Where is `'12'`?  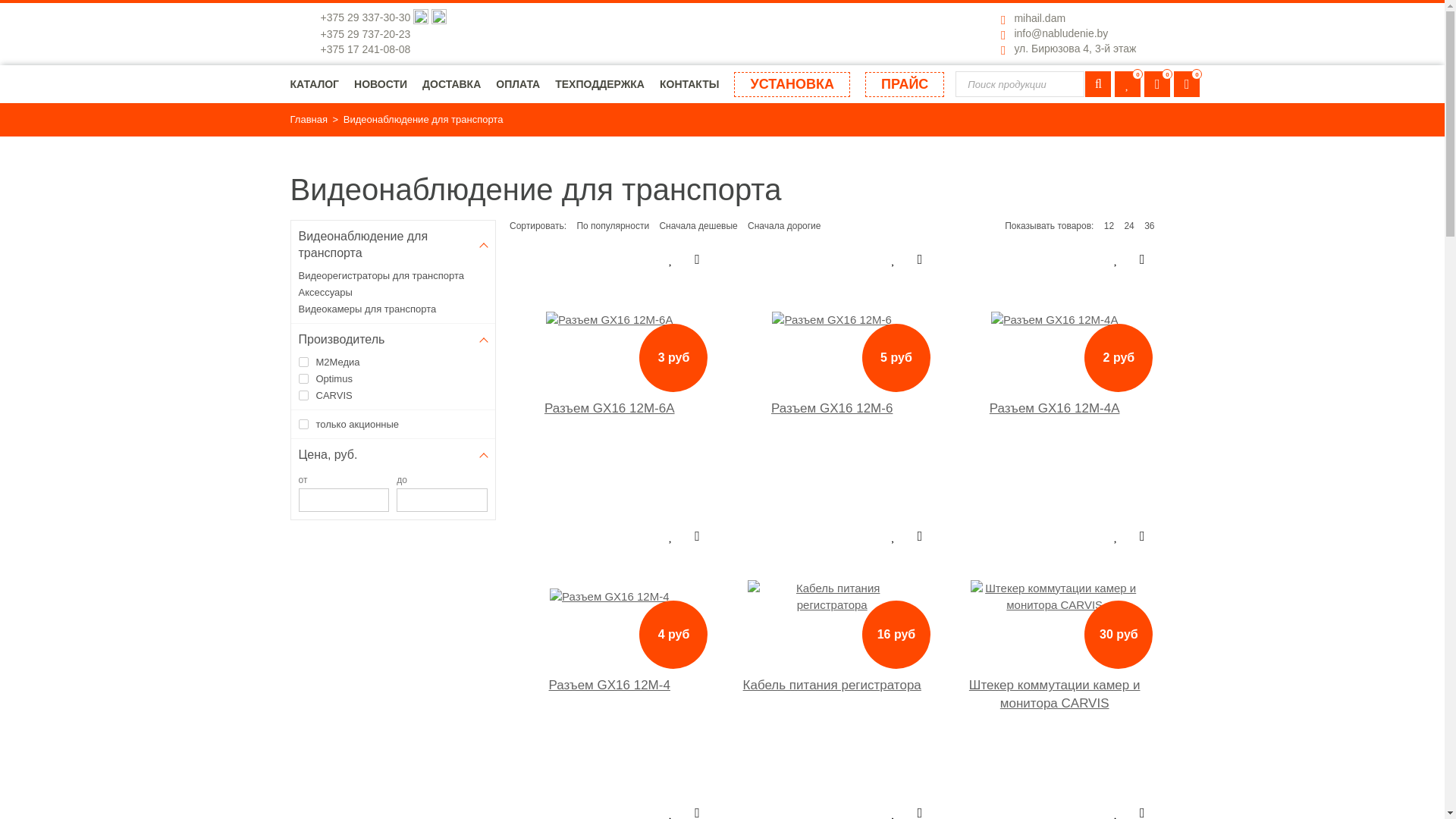 '12' is located at coordinates (1109, 225).